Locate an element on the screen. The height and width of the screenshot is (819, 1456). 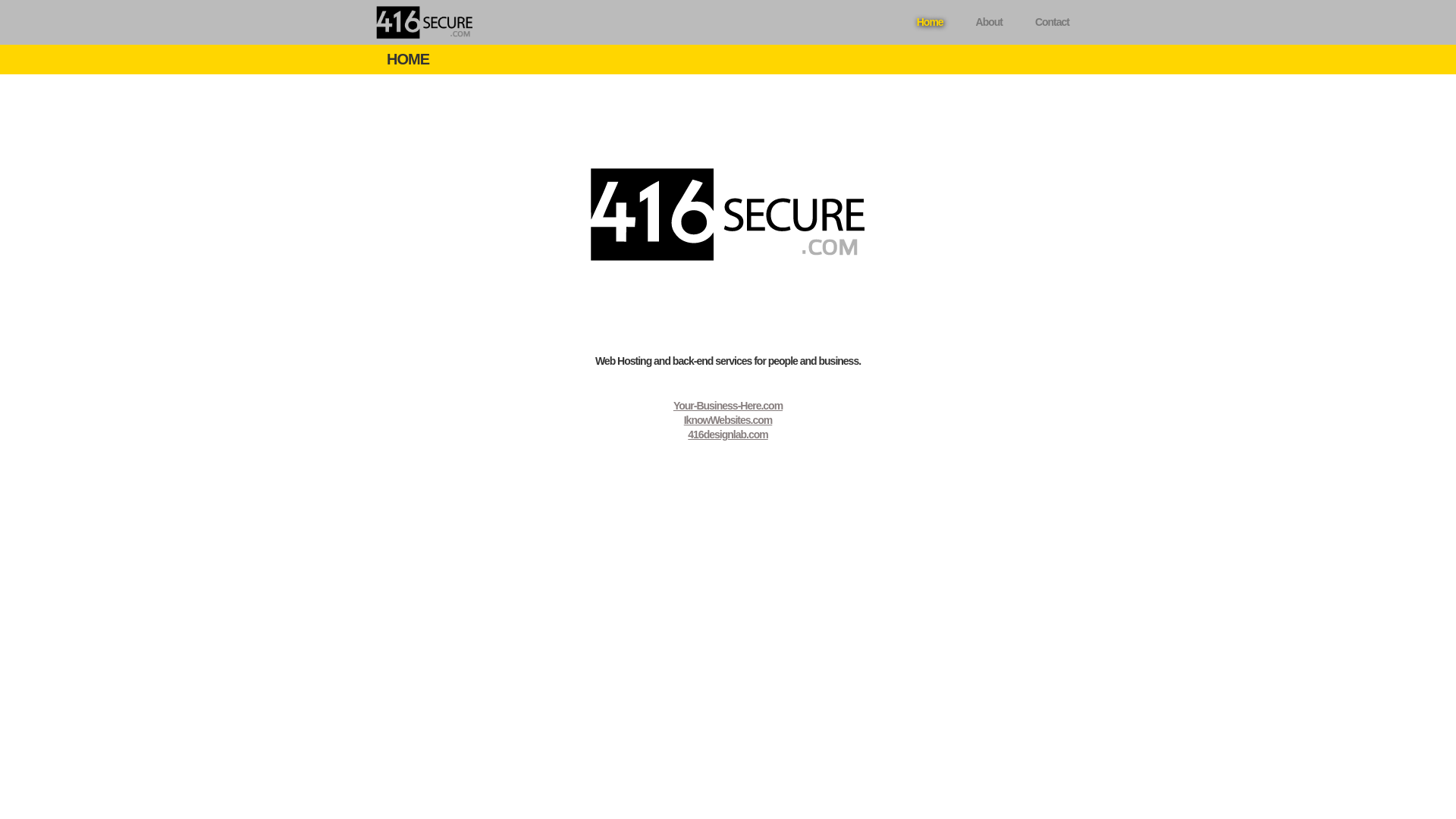
'Contact' is located at coordinates (1051, 22).